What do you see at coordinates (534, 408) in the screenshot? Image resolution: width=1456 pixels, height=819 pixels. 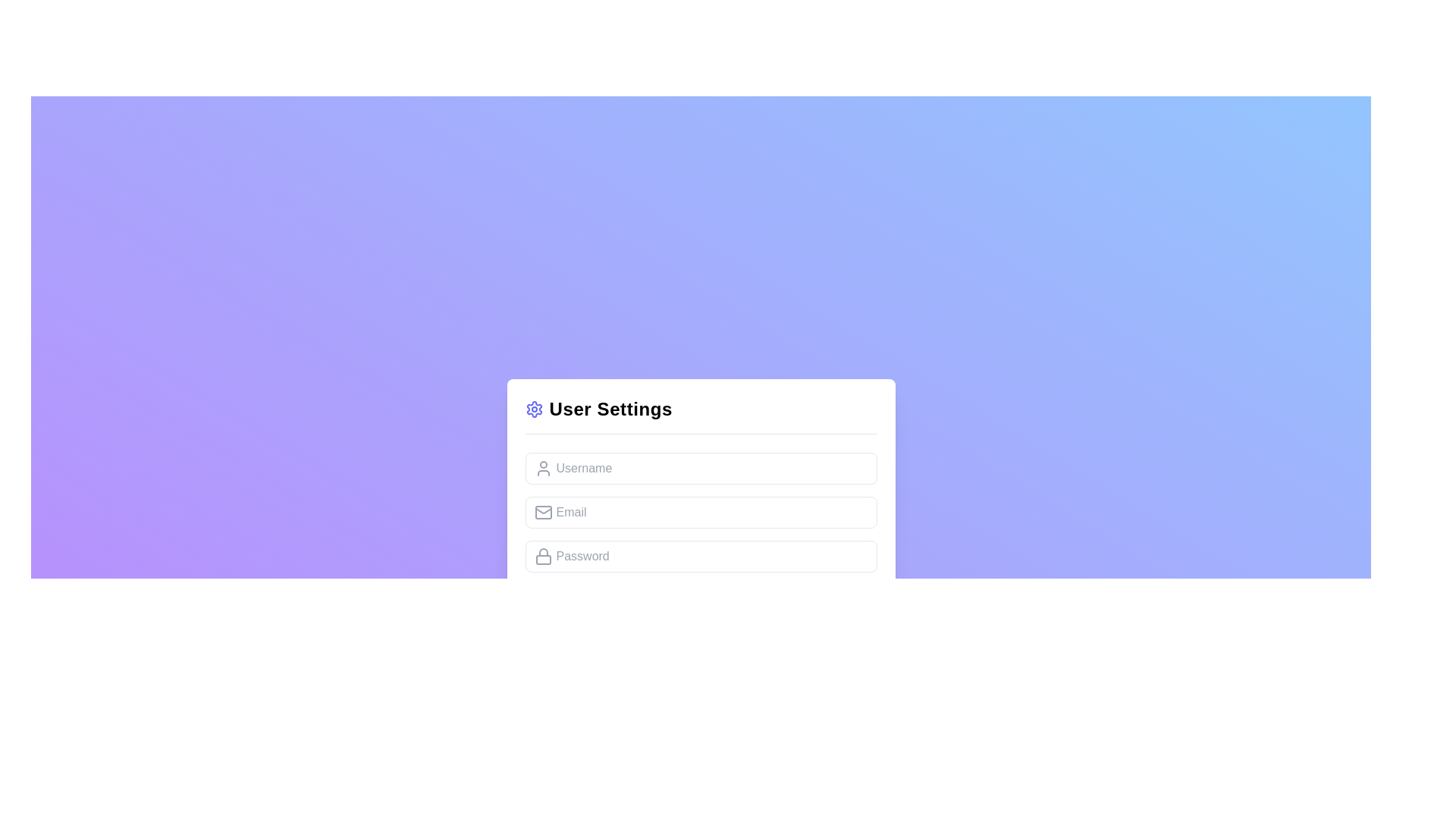 I see `the settings icon, which is a blue gear-shaped icon located to the left of the 'User Settings' title text, positioned at the top-left corner of the 'User Settings' section` at bounding box center [534, 408].